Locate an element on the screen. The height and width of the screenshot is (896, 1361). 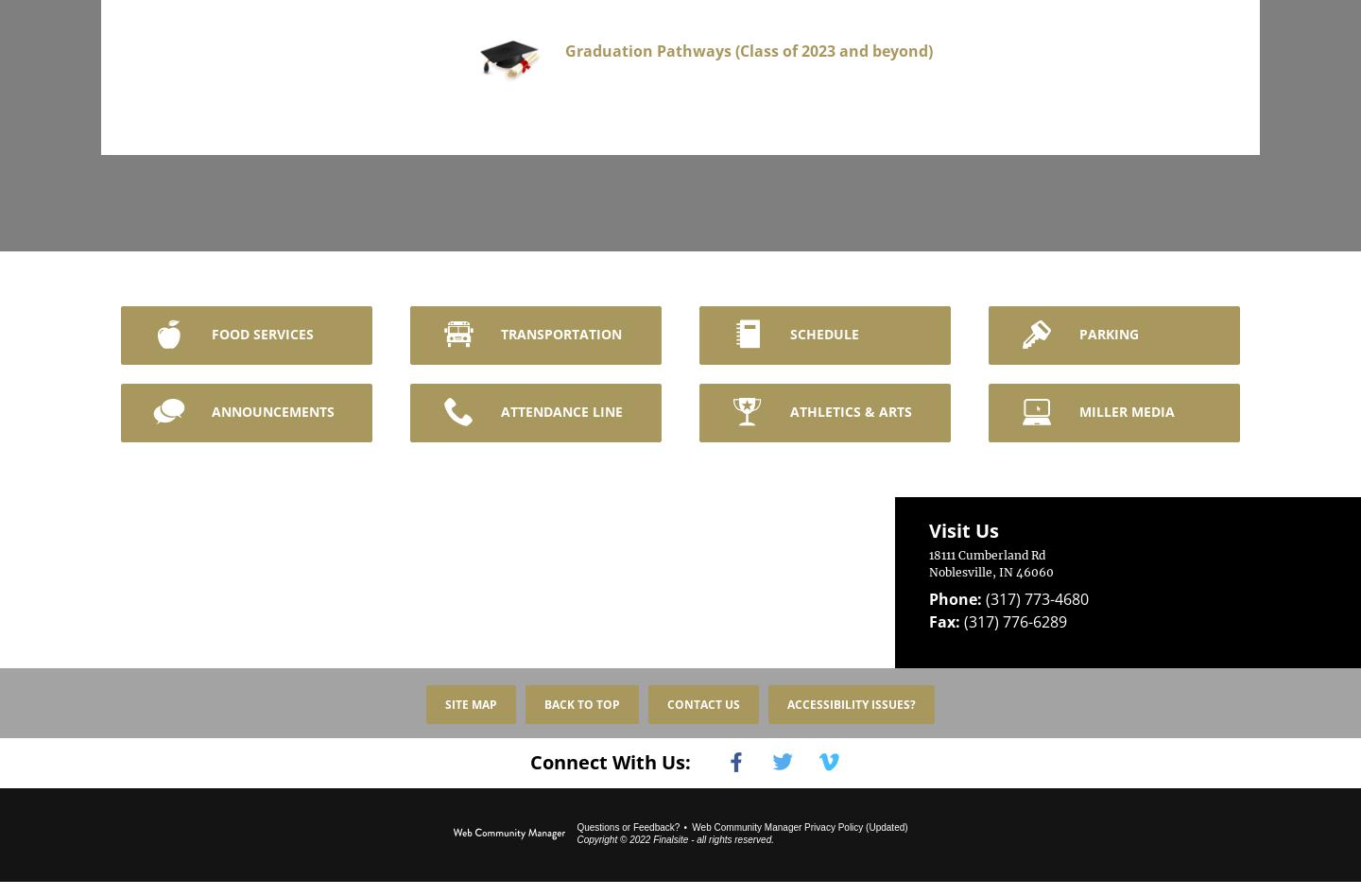
'(317) 776-6289' is located at coordinates (1012, 609).